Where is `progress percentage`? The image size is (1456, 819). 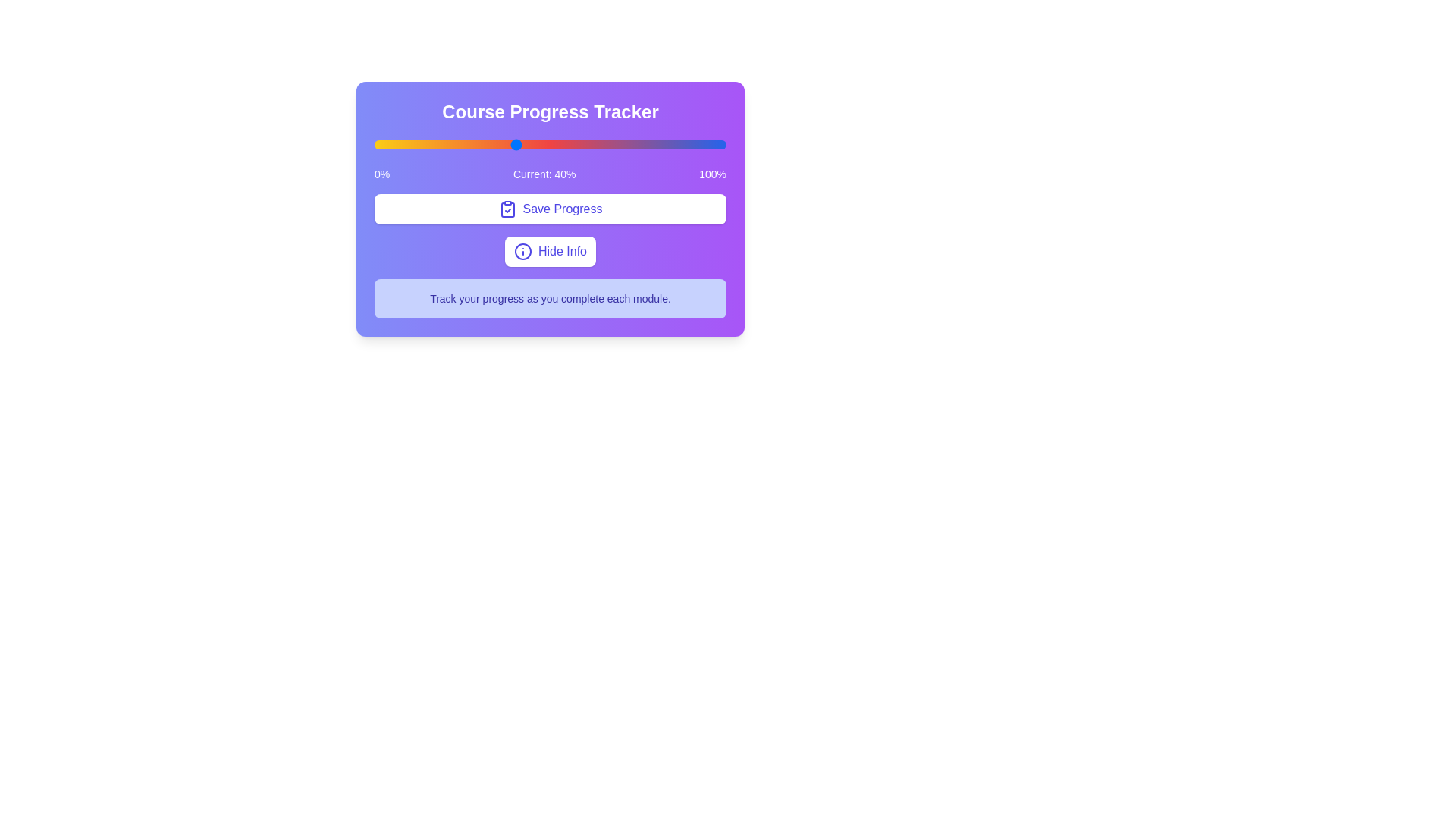 progress percentage is located at coordinates (406, 145).